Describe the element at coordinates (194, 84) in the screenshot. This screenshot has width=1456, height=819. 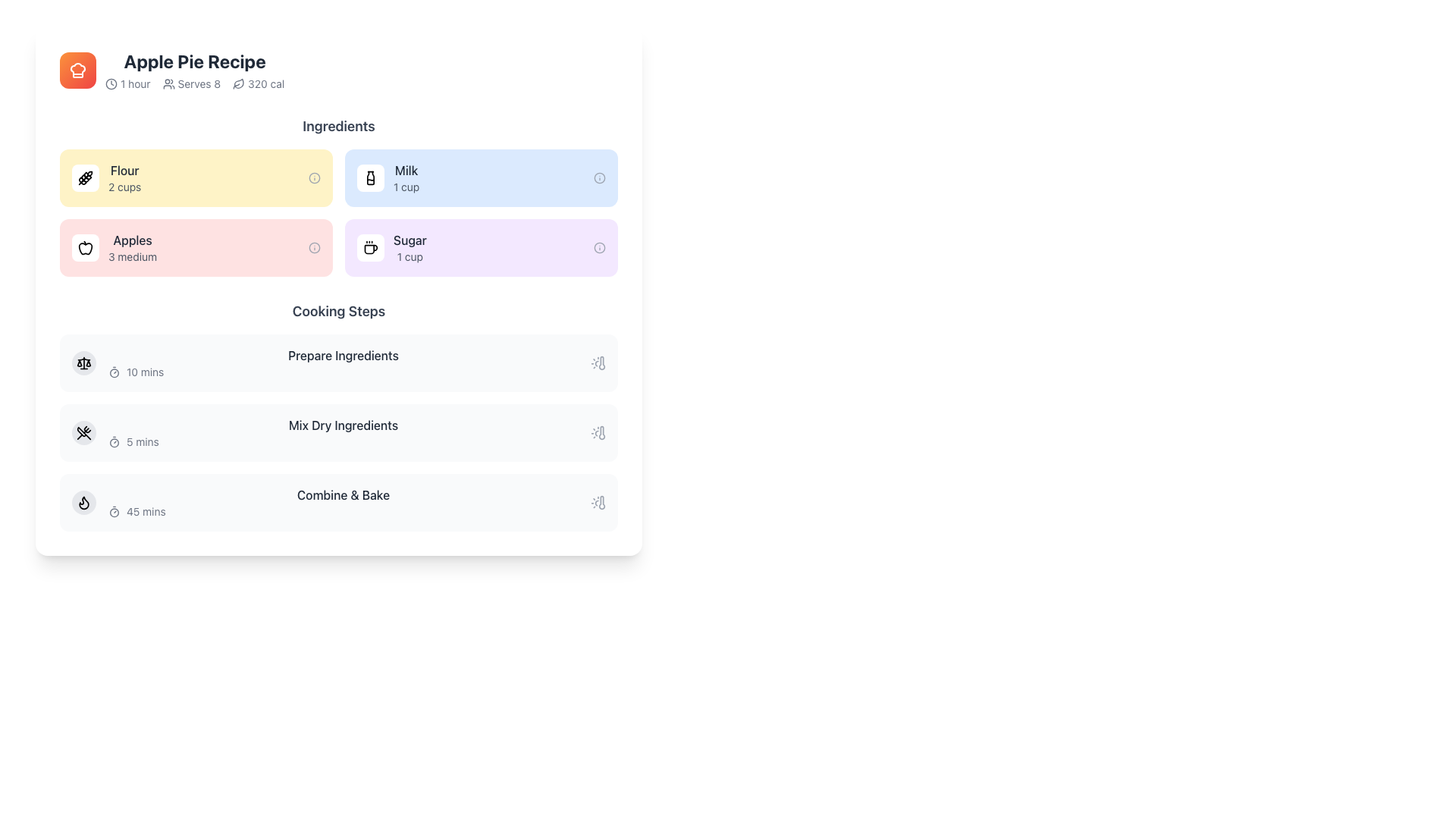
I see `informational text group below the title 'Apple Pie Recipe', which includes details about preparation duration, servings, and caloric content` at that location.